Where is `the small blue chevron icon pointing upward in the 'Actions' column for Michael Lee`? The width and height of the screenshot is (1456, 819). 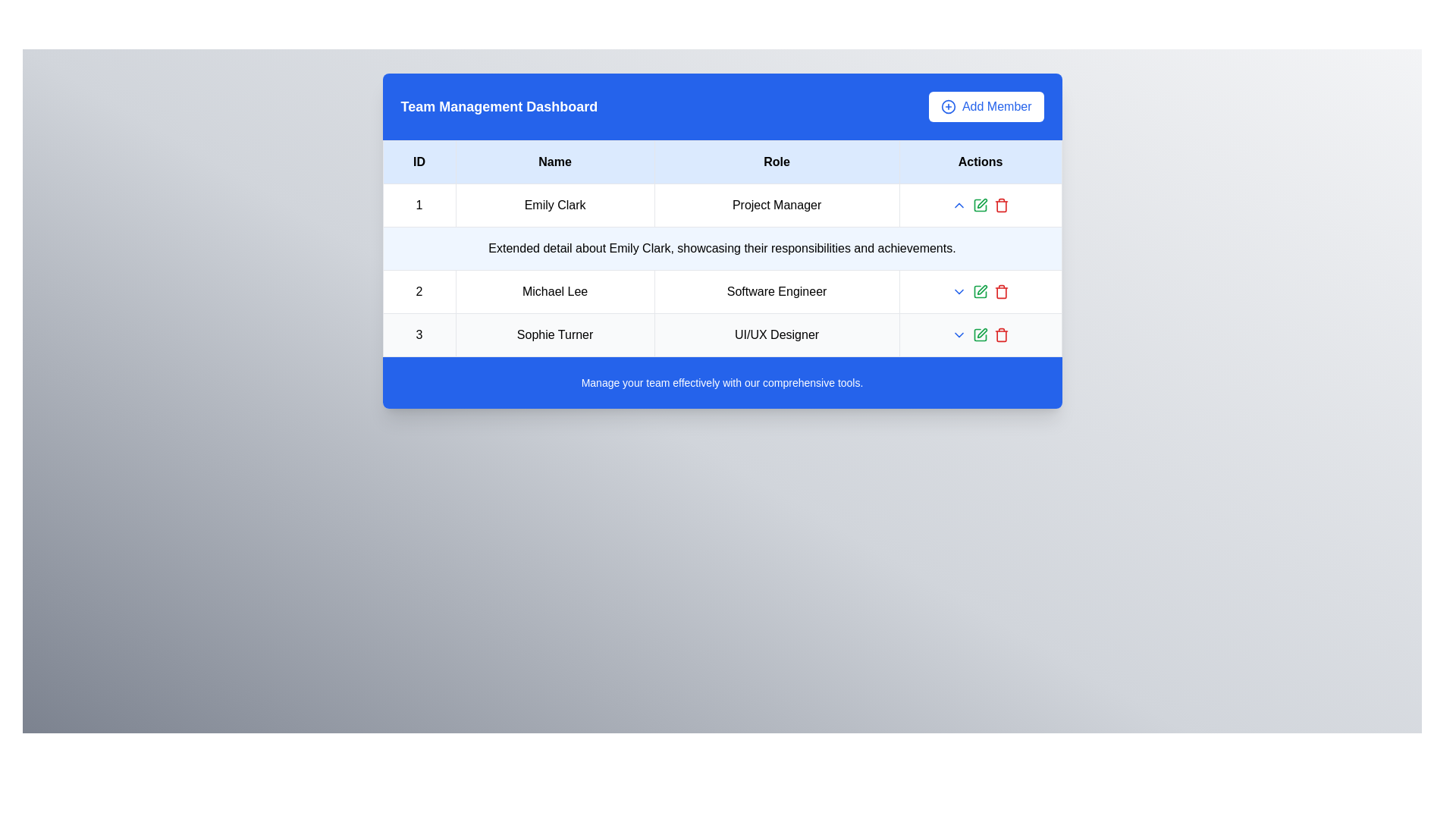 the small blue chevron icon pointing upward in the 'Actions' column for Michael Lee is located at coordinates (959, 205).